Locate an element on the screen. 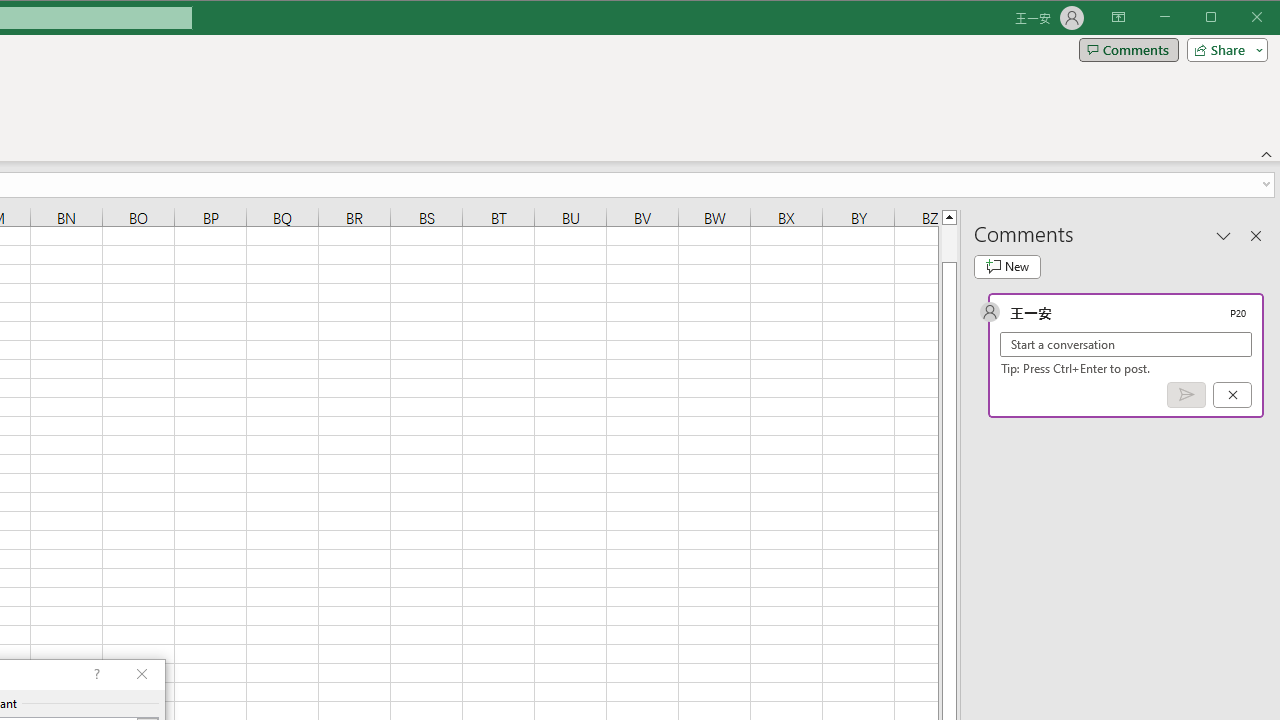 The height and width of the screenshot is (720, 1280). 'Ribbon Display Options' is located at coordinates (1117, 18).